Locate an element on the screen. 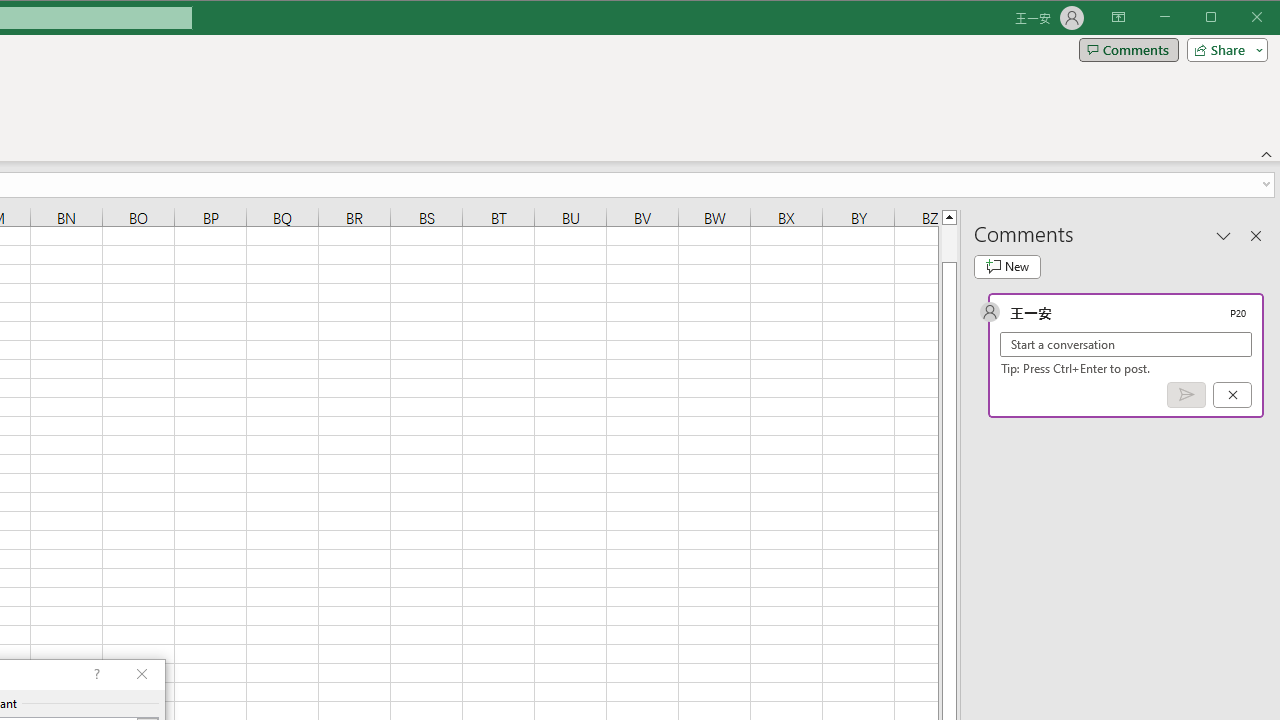 The height and width of the screenshot is (720, 1280). 'Ribbon Display Options' is located at coordinates (1117, 18).